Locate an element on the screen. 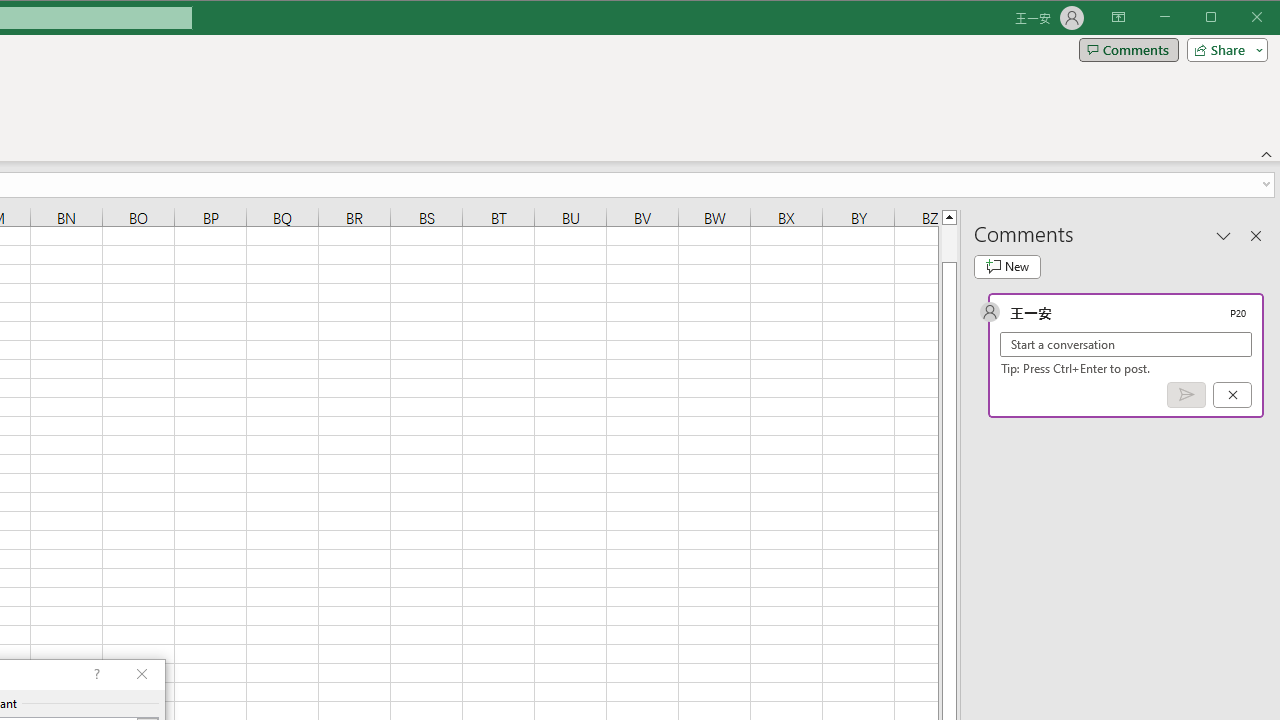 The height and width of the screenshot is (720, 1280). 'Ribbon Display Options' is located at coordinates (1117, 18).